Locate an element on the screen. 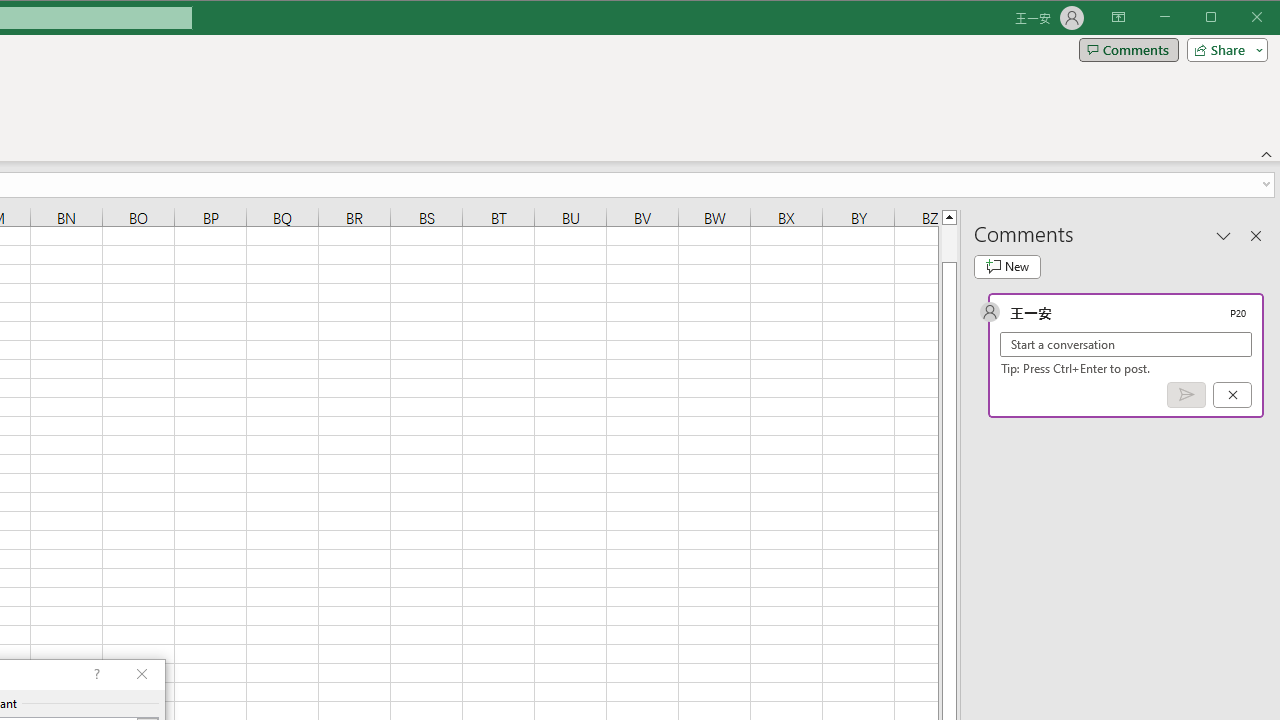 The height and width of the screenshot is (720, 1280). 'Ribbon Display Options' is located at coordinates (1117, 18).